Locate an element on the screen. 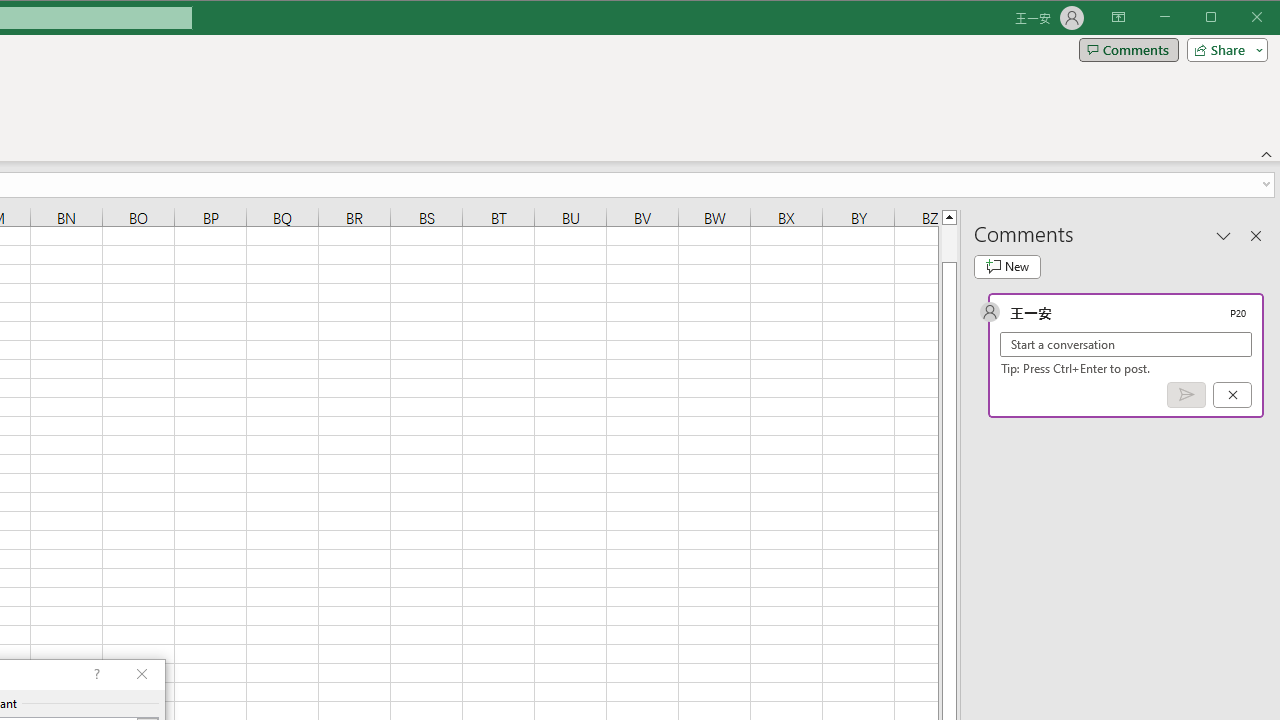 The height and width of the screenshot is (720, 1280). 'Ribbon Display Options' is located at coordinates (1117, 18).